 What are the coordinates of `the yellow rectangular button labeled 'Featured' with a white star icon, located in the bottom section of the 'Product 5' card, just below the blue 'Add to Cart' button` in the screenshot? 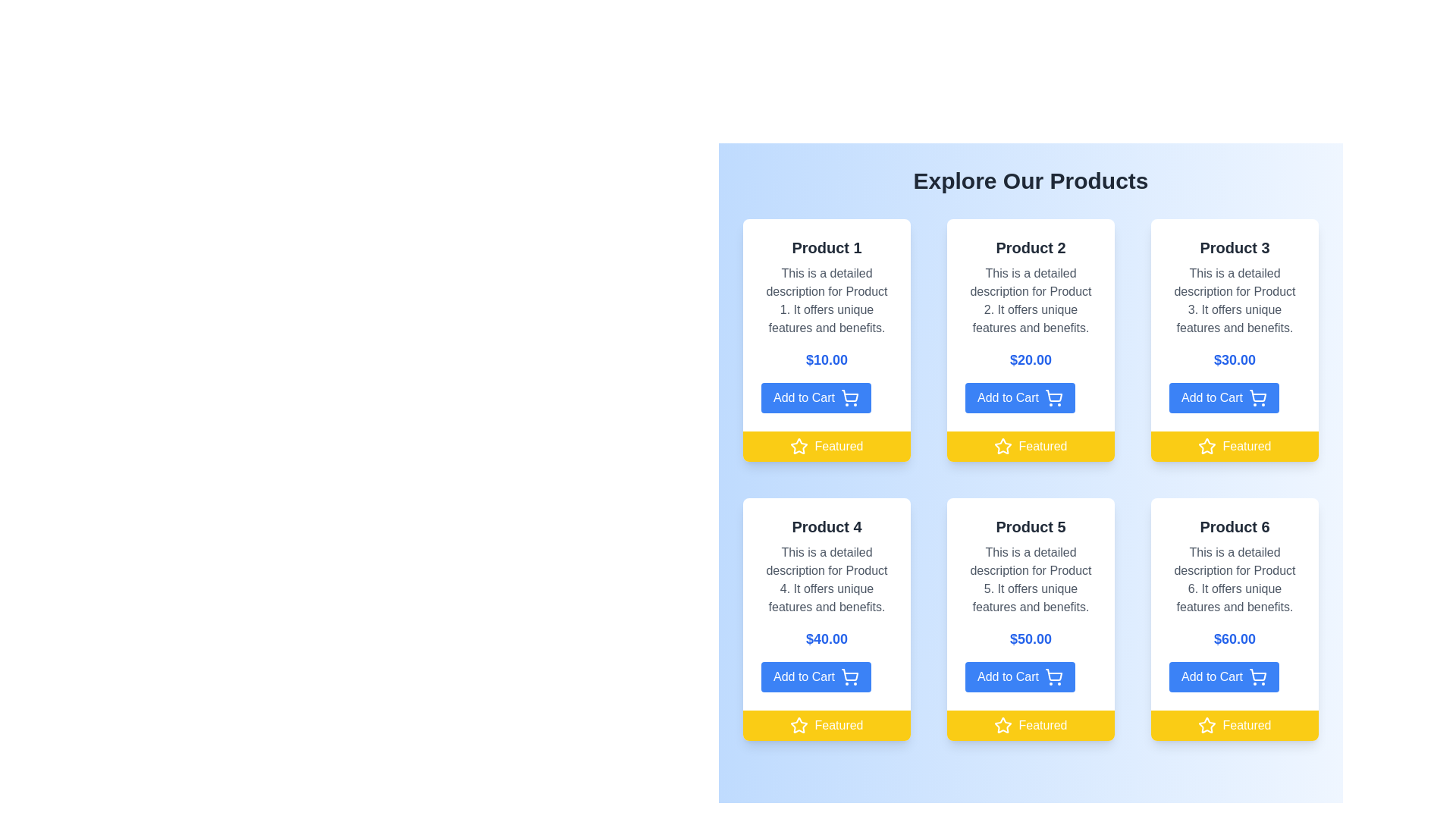 It's located at (1031, 724).